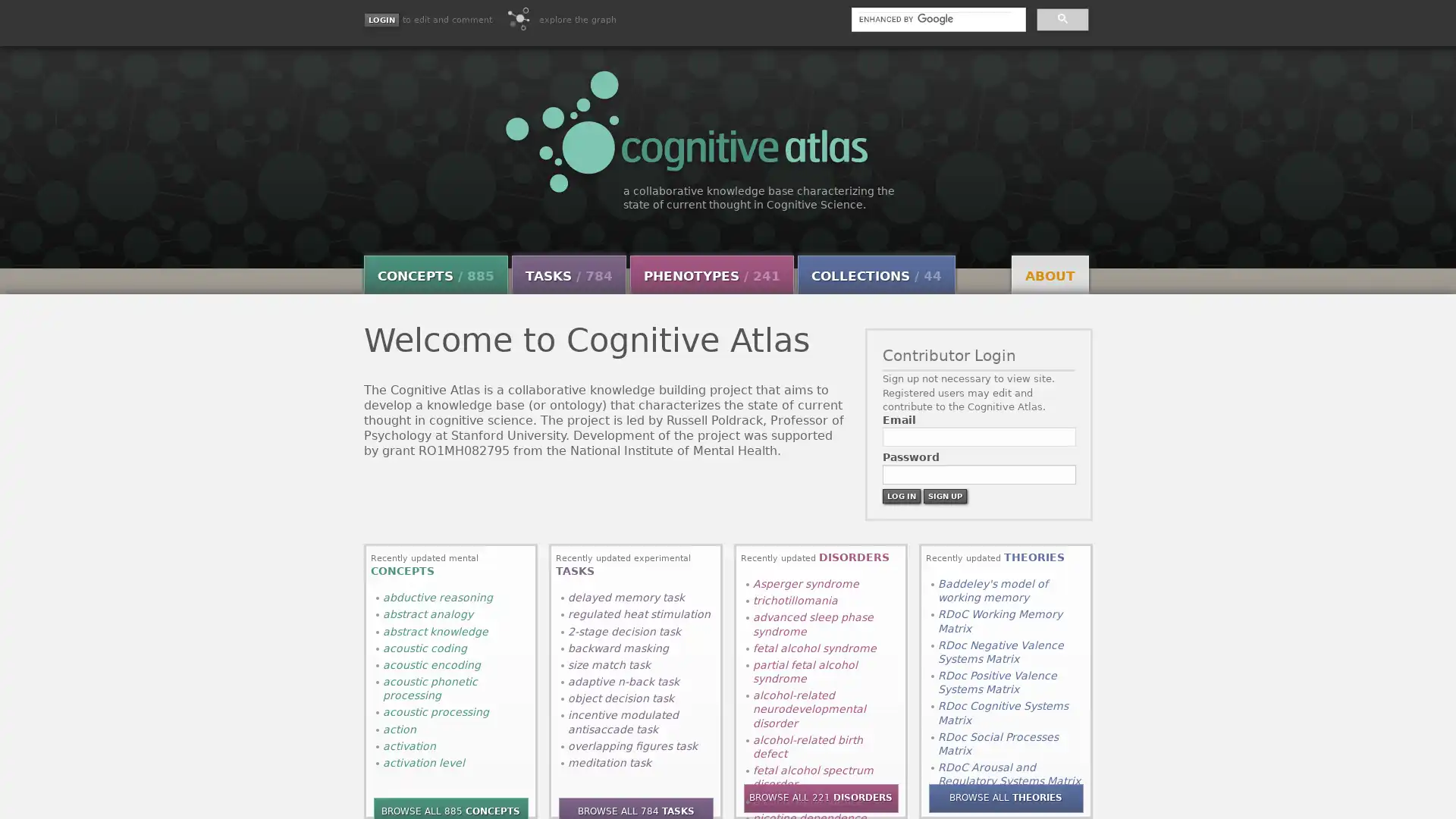 The width and height of the screenshot is (1456, 819). What do you see at coordinates (381, 20) in the screenshot?
I see `Login` at bounding box center [381, 20].